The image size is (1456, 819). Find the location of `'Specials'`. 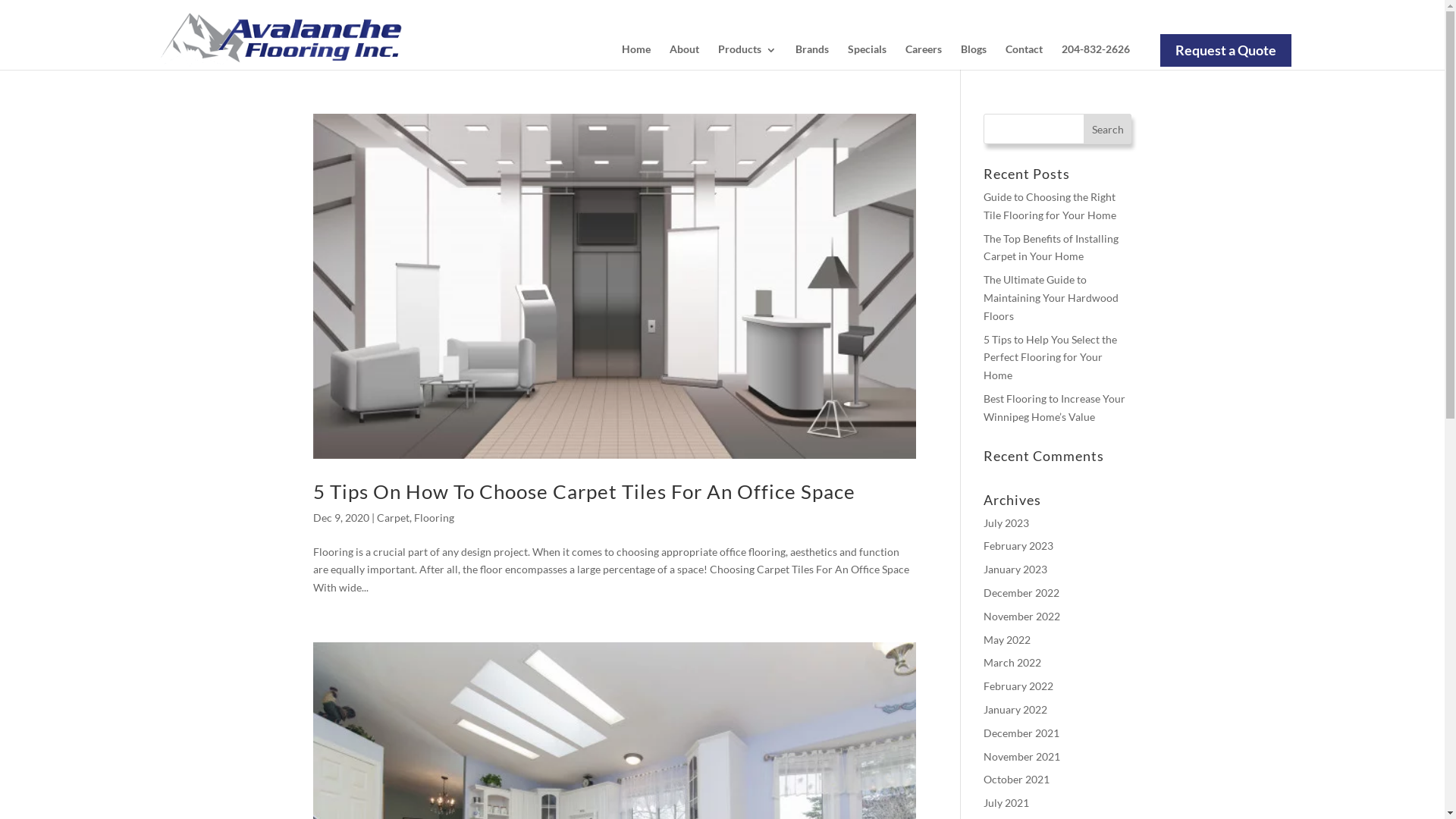

'Specials' is located at coordinates (867, 51).